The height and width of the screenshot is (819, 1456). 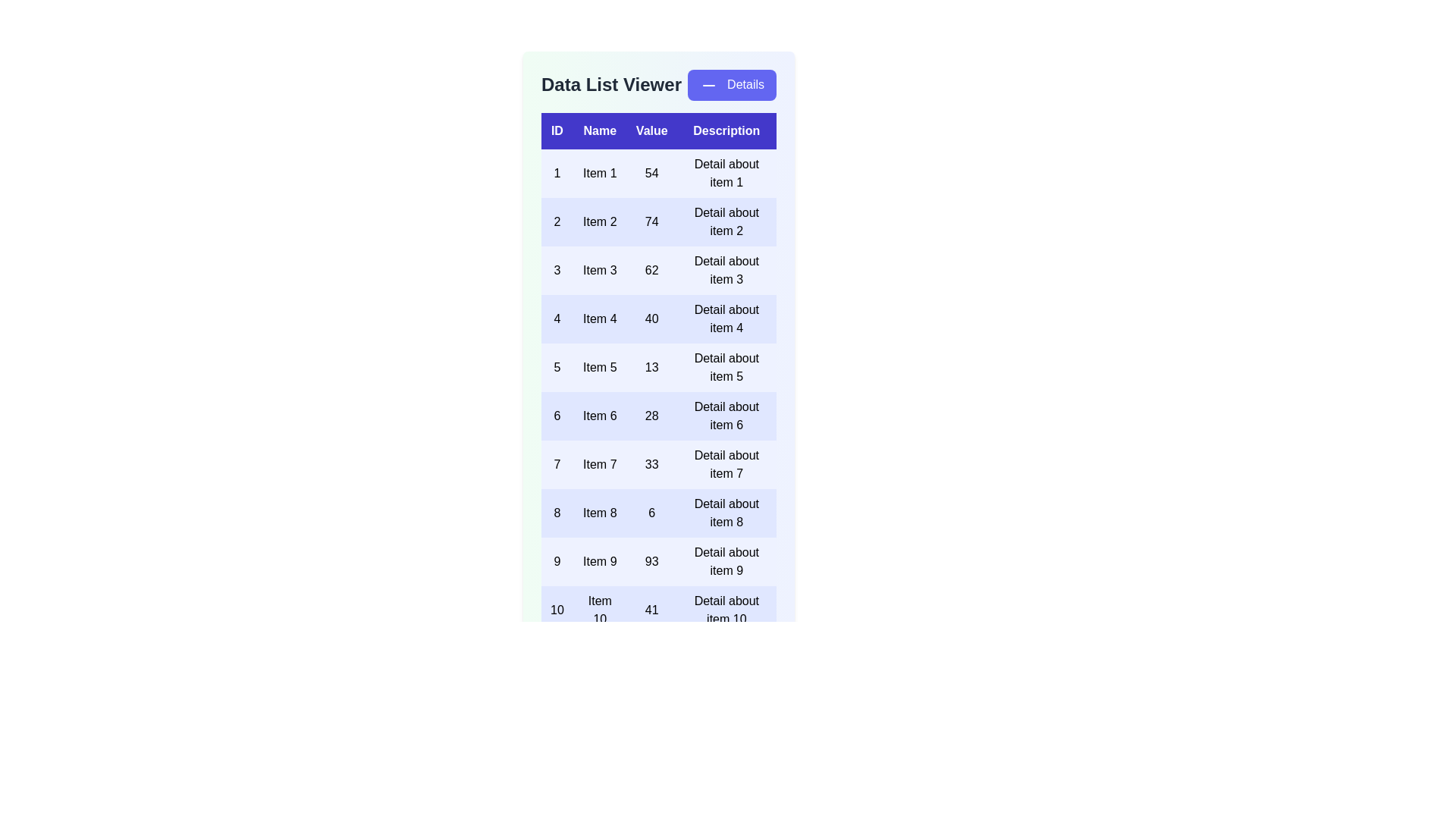 What do you see at coordinates (732, 85) in the screenshot?
I see `the 'Details' button to toggle the visibility of the details column` at bounding box center [732, 85].